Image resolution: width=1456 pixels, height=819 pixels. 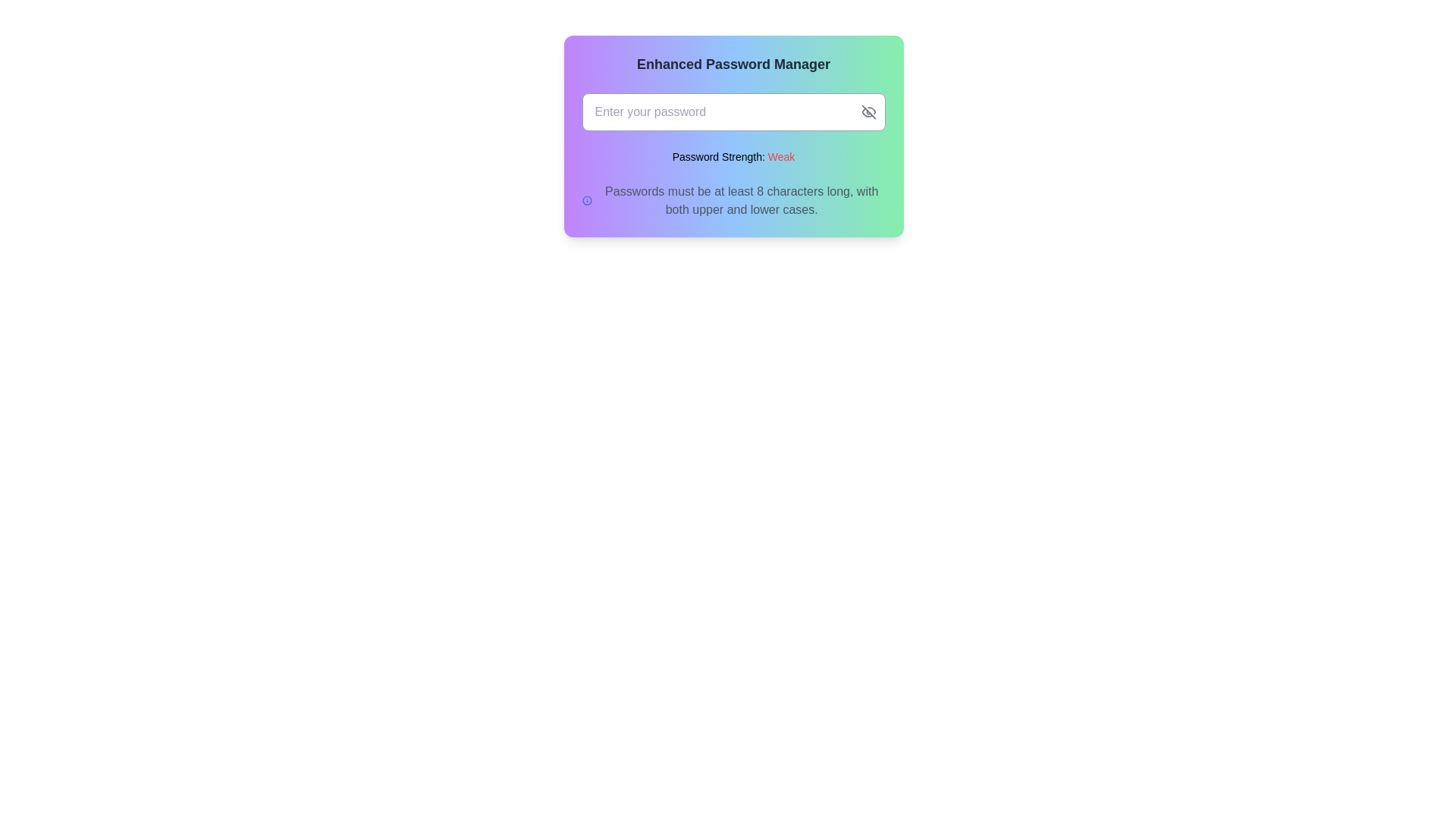 I want to click on password strength evaluation label indicating that the password is weak, which is part of the 'Password Strength:' label positioned beneath the password input field, so click(x=781, y=157).